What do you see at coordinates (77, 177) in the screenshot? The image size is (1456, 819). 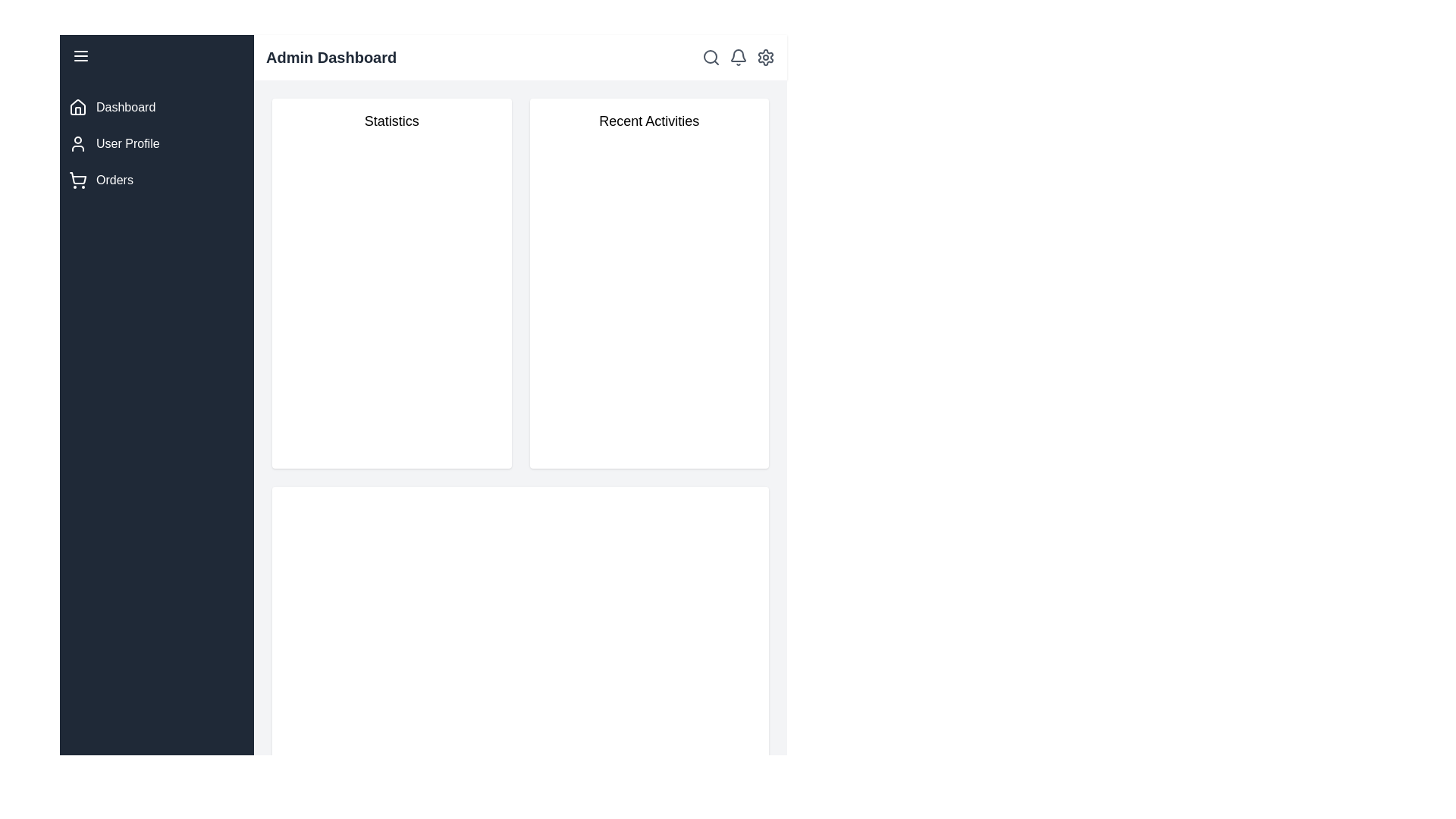 I see `the shopping cart icon in the navigation menu` at bounding box center [77, 177].